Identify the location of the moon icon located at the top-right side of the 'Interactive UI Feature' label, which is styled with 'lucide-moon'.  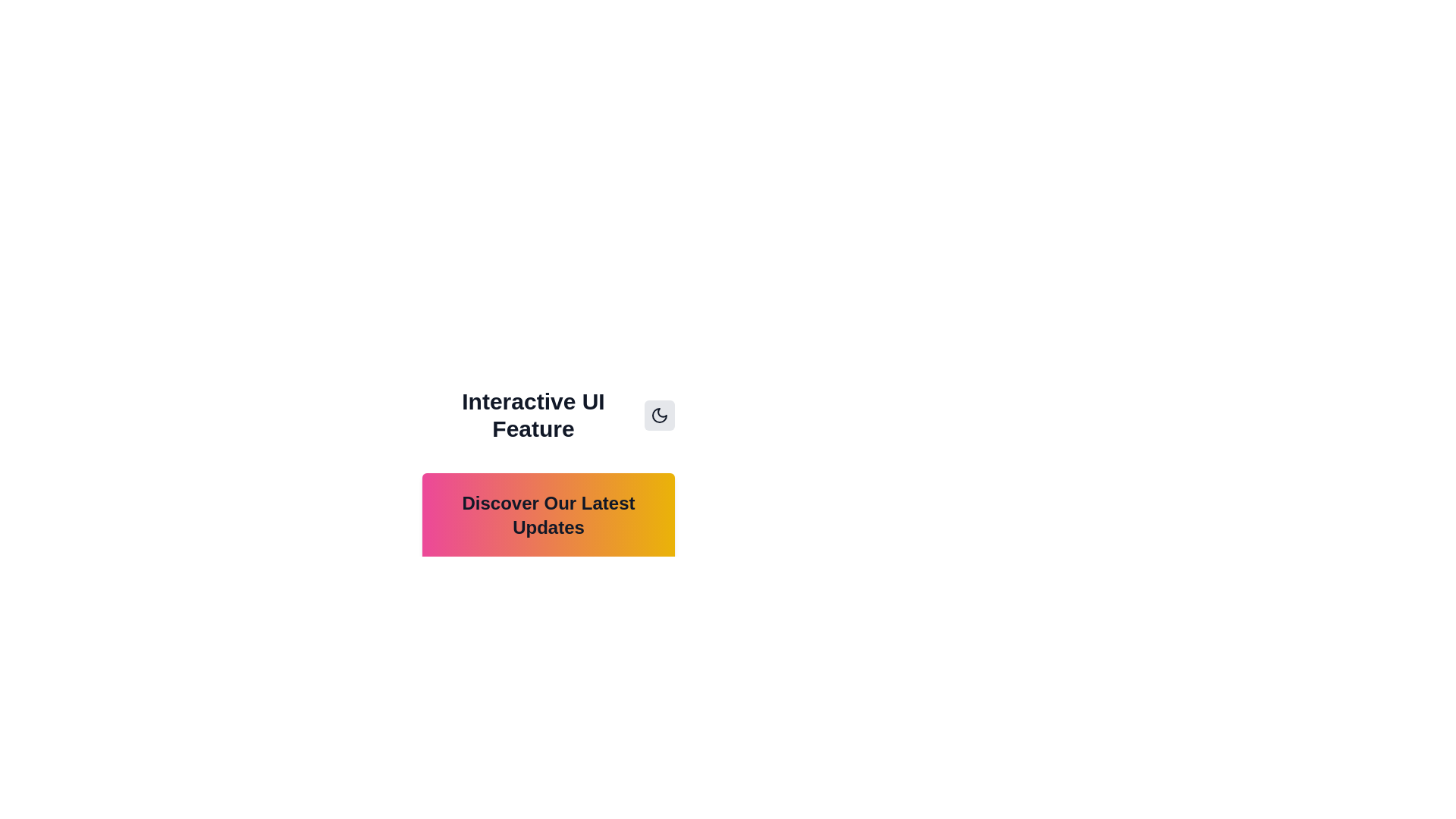
(659, 415).